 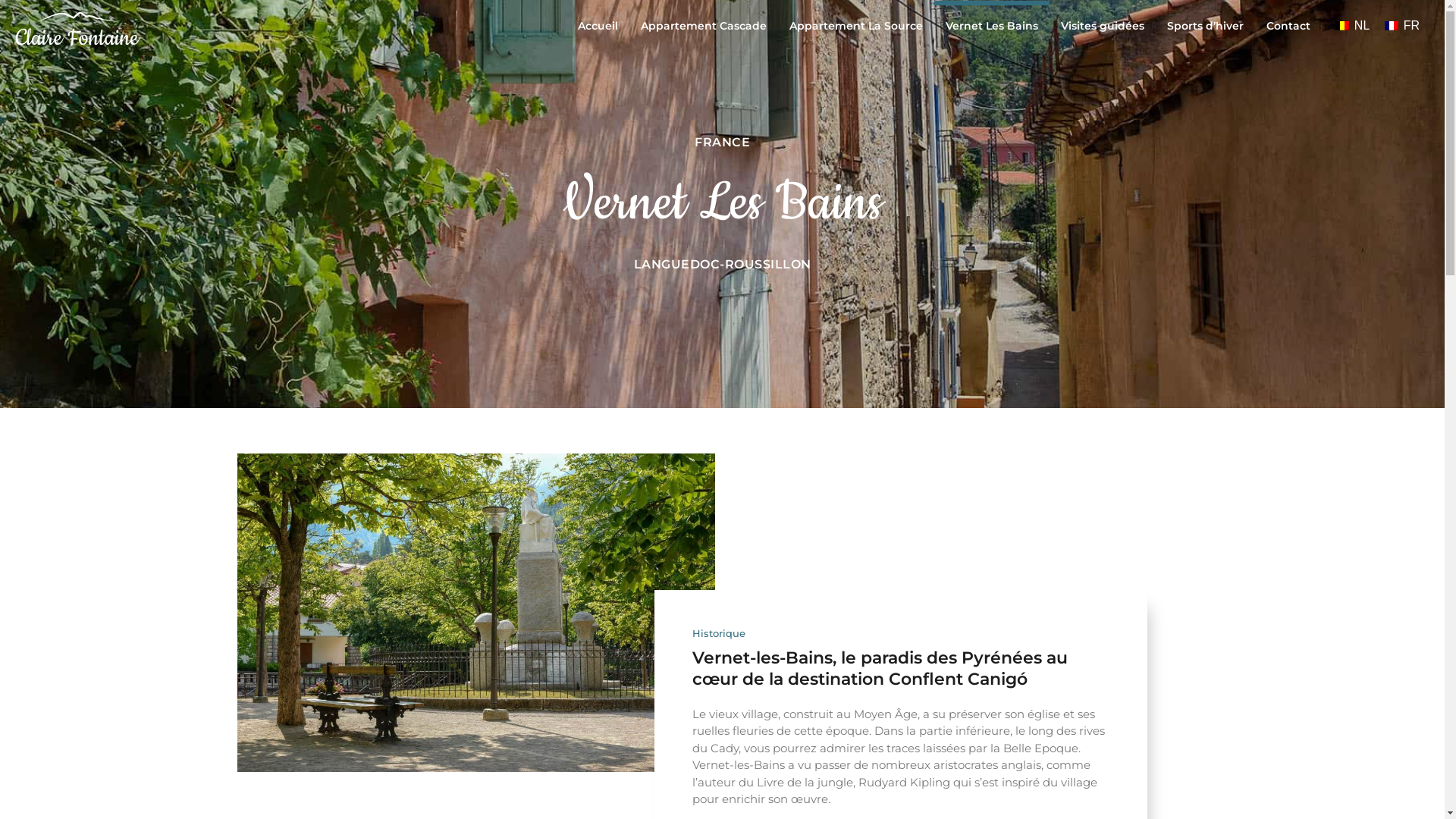 What do you see at coordinates (855, 26) in the screenshot?
I see `'Appartement La Source'` at bounding box center [855, 26].